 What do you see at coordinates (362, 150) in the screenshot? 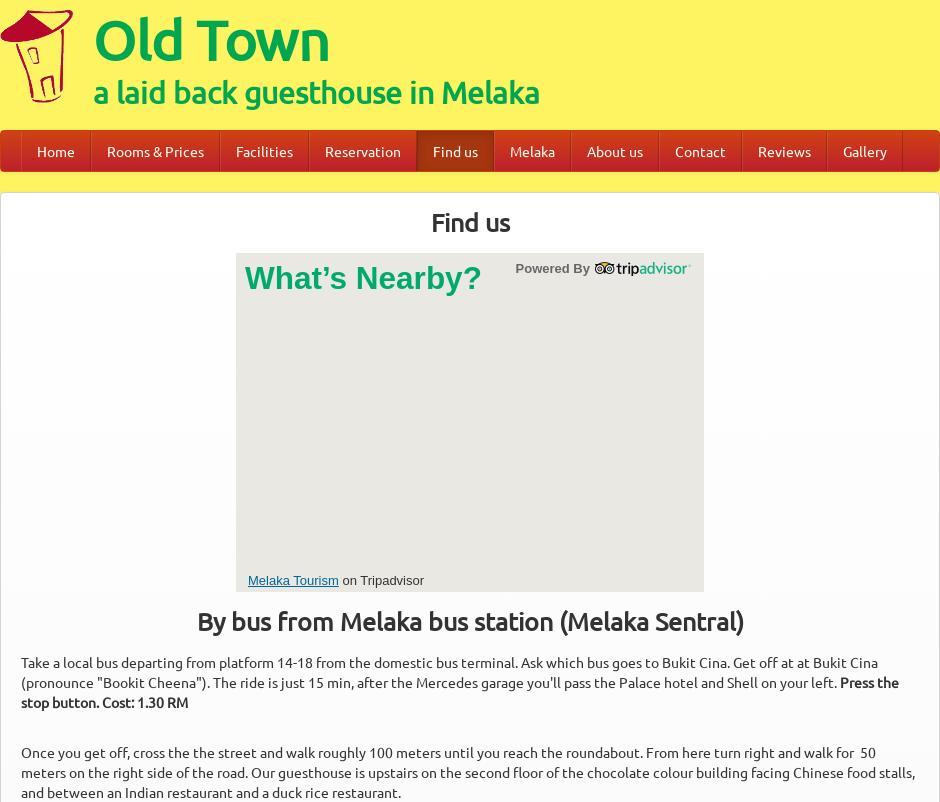
I see `'Reservation'` at bounding box center [362, 150].